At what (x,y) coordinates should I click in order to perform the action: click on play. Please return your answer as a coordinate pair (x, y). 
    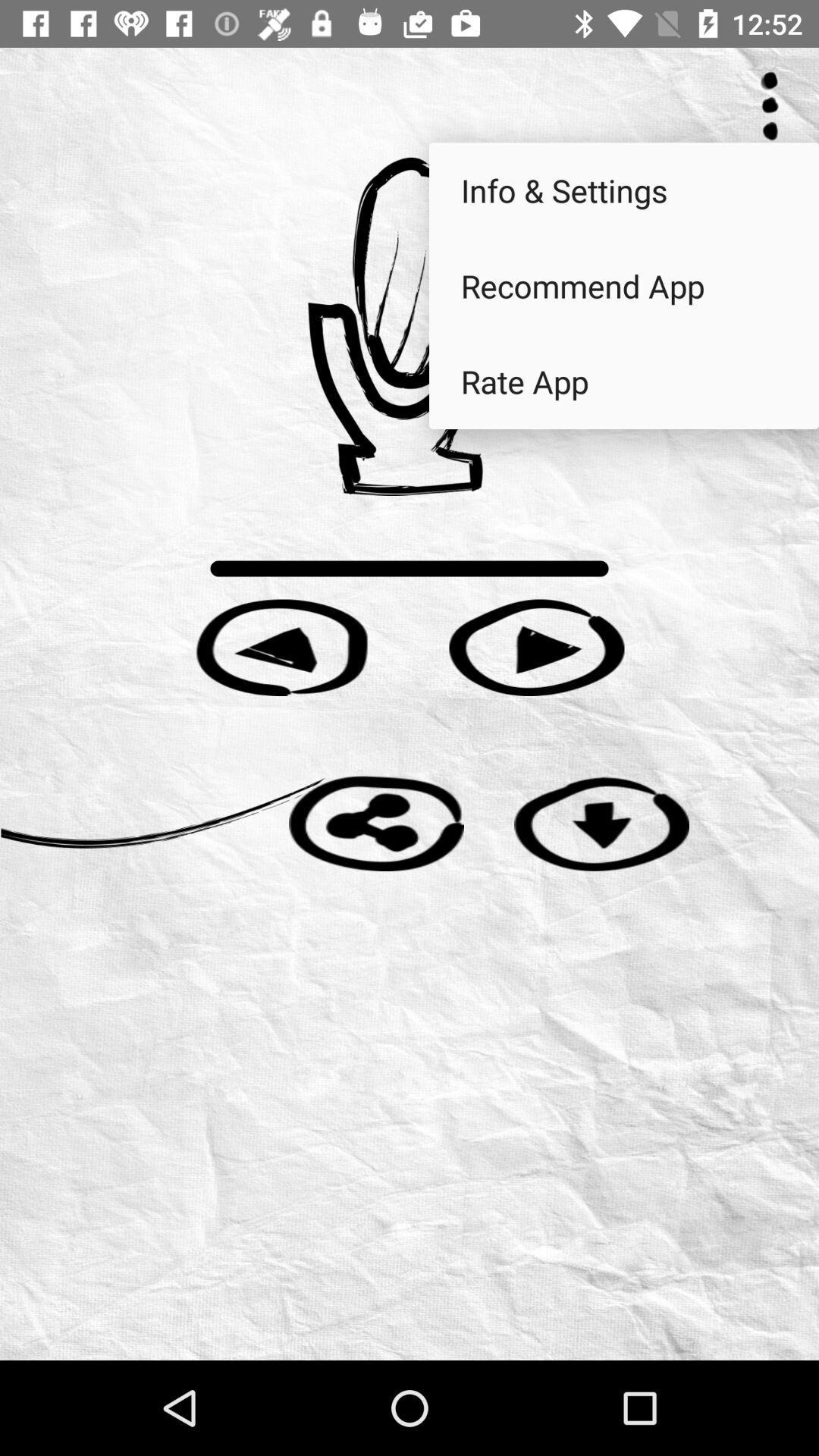
    Looking at the image, I should click on (281, 648).